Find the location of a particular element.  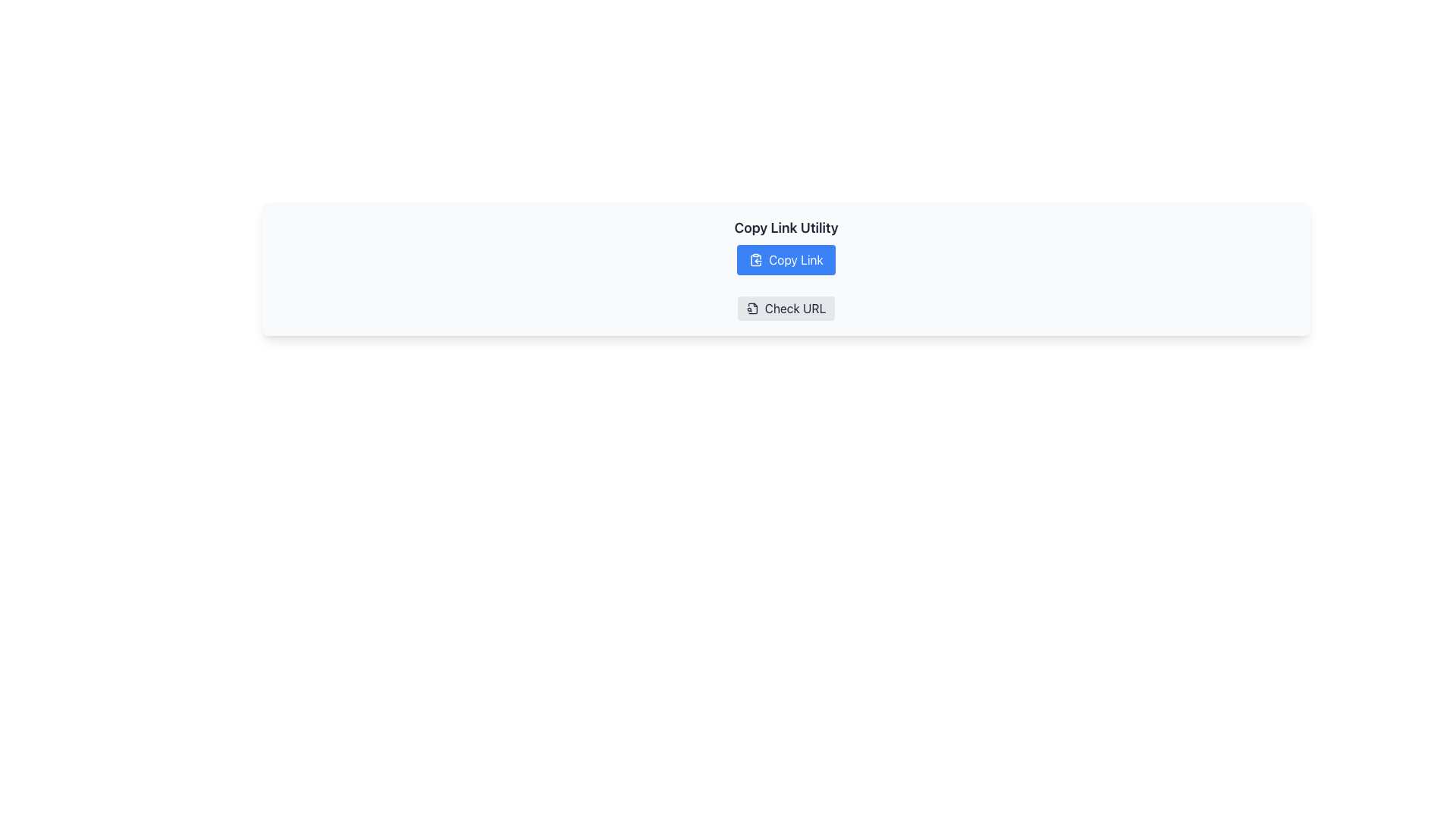

the small clipboard icon located to the left of the 'Copy Link' button, which is styled with thin lines and is positioned in the top-middle portion of the interface is located at coordinates (756, 259).